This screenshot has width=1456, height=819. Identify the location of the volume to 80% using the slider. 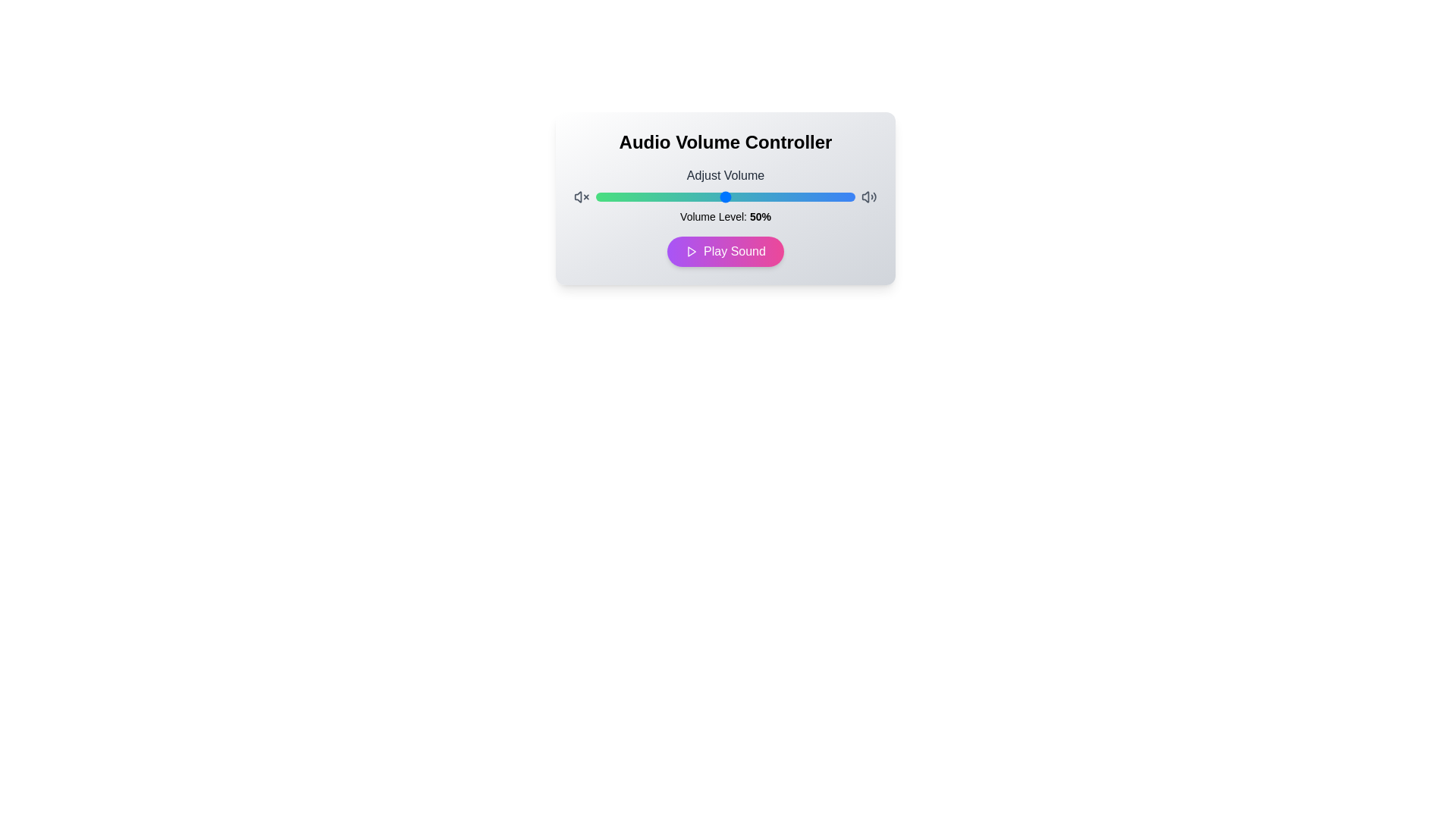
(802, 196).